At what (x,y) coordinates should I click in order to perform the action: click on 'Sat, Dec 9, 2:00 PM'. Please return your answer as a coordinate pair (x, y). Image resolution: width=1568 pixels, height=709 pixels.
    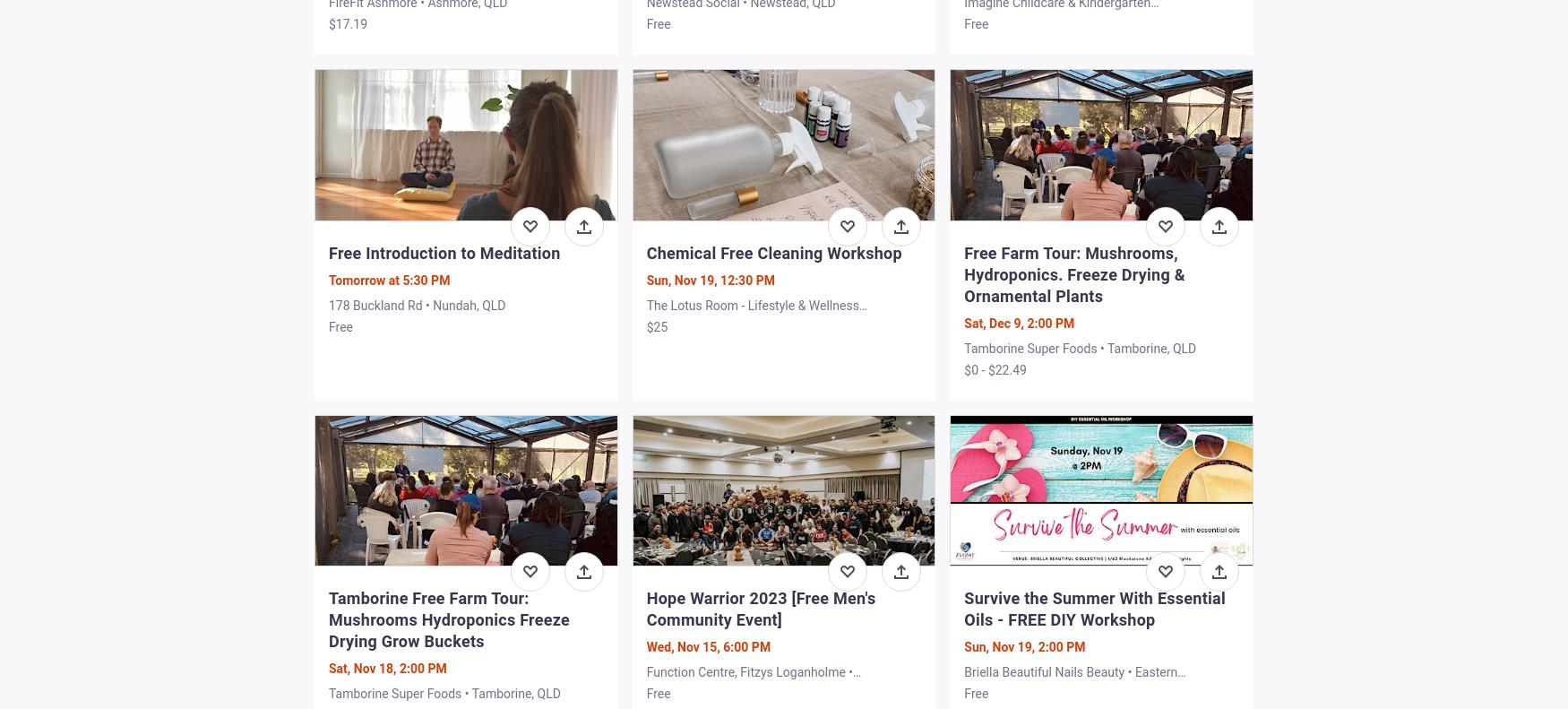
    Looking at the image, I should click on (964, 321).